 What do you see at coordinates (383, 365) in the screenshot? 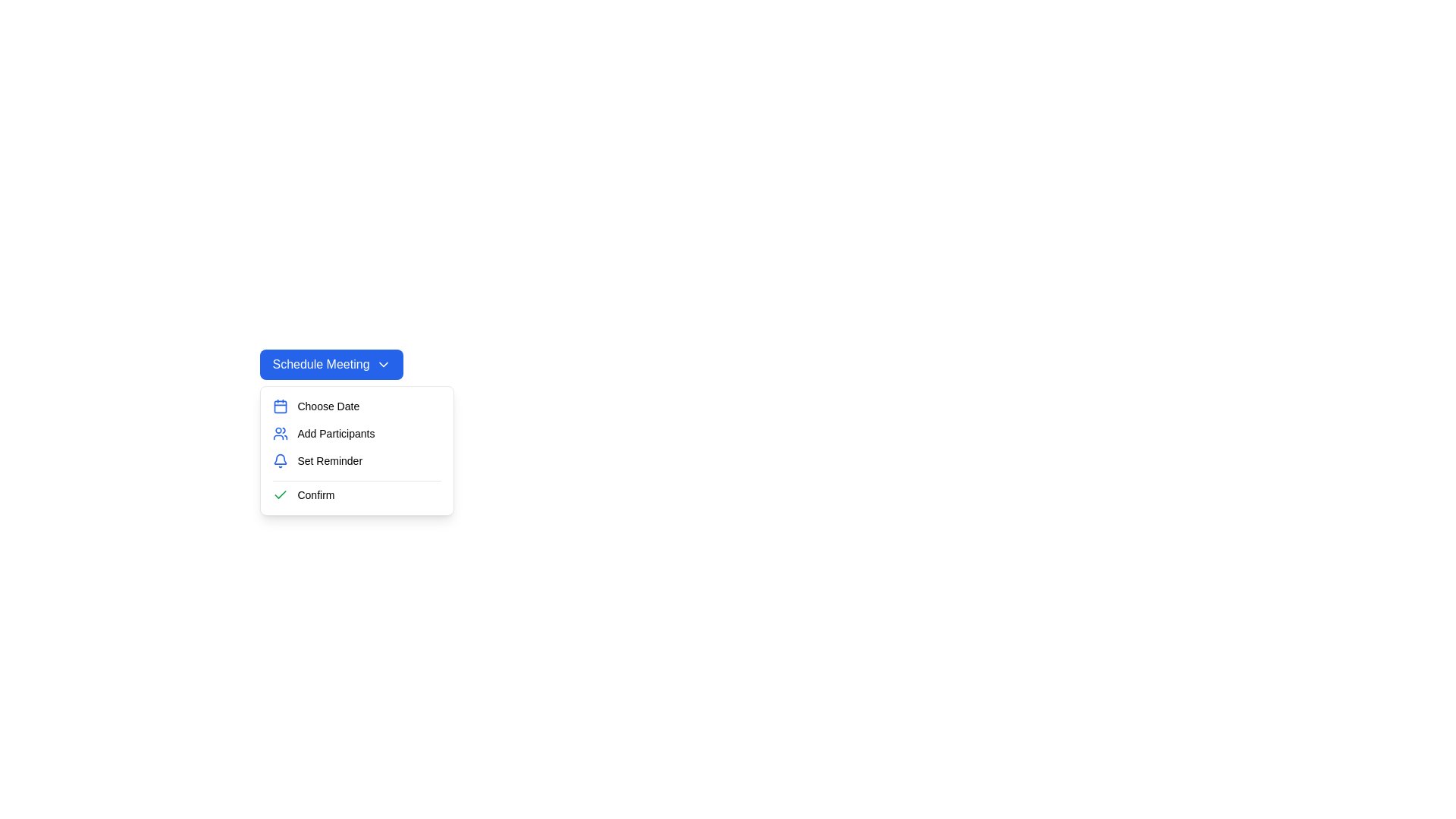
I see `the downward-pointing chevron icon located to the right of the text within the 'Schedule Meeting' button` at bounding box center [383, 365].